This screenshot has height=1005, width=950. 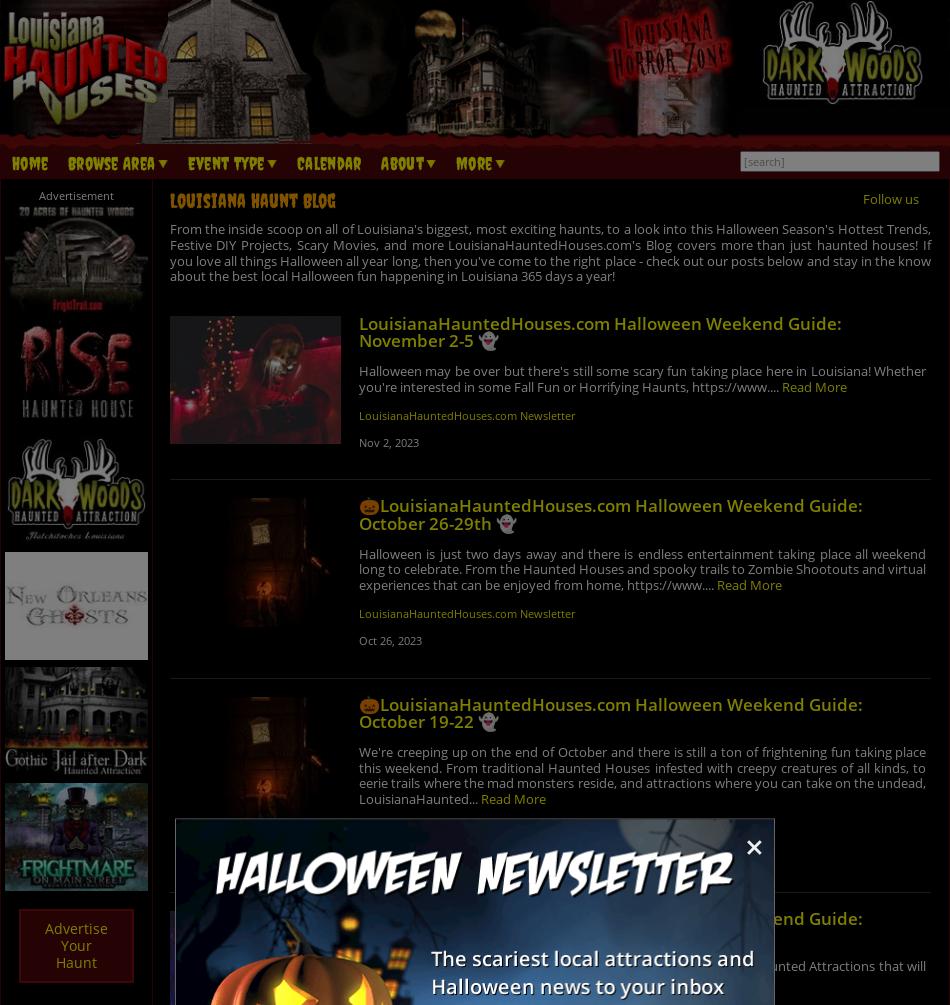 What do you see at coordinates (75, 194) in the screenshot?
I see `'Advertisement'` at bounding box center [75, 194].